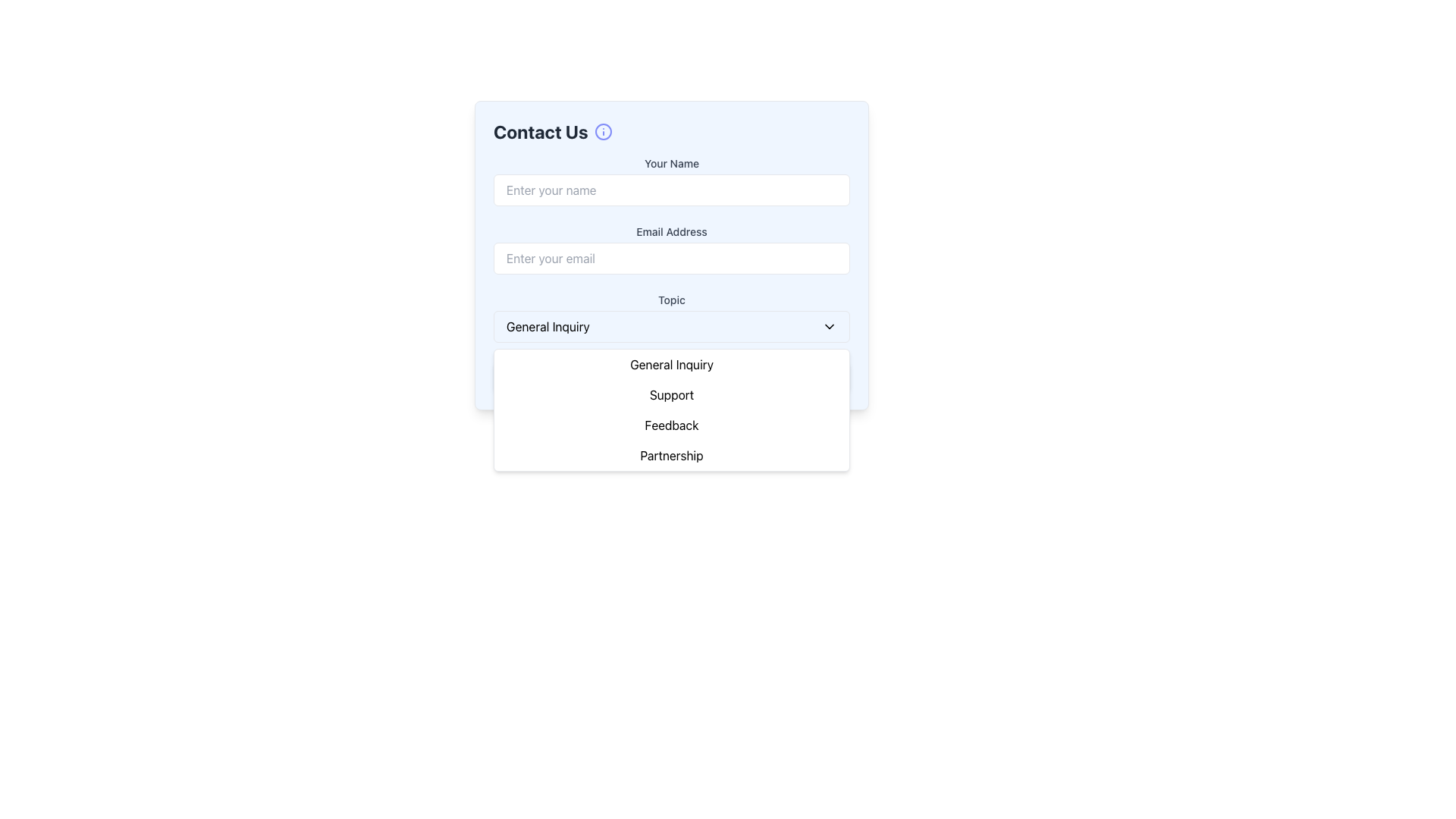 The height and width of the screenshot is (819, 1456). What do you see at coordinates (671, 317) in the screenshot?
I see `an option from the 'Topic' dropdown menu, which is currently displaying 'General Inquiry'` at bounding box center [671, 317].